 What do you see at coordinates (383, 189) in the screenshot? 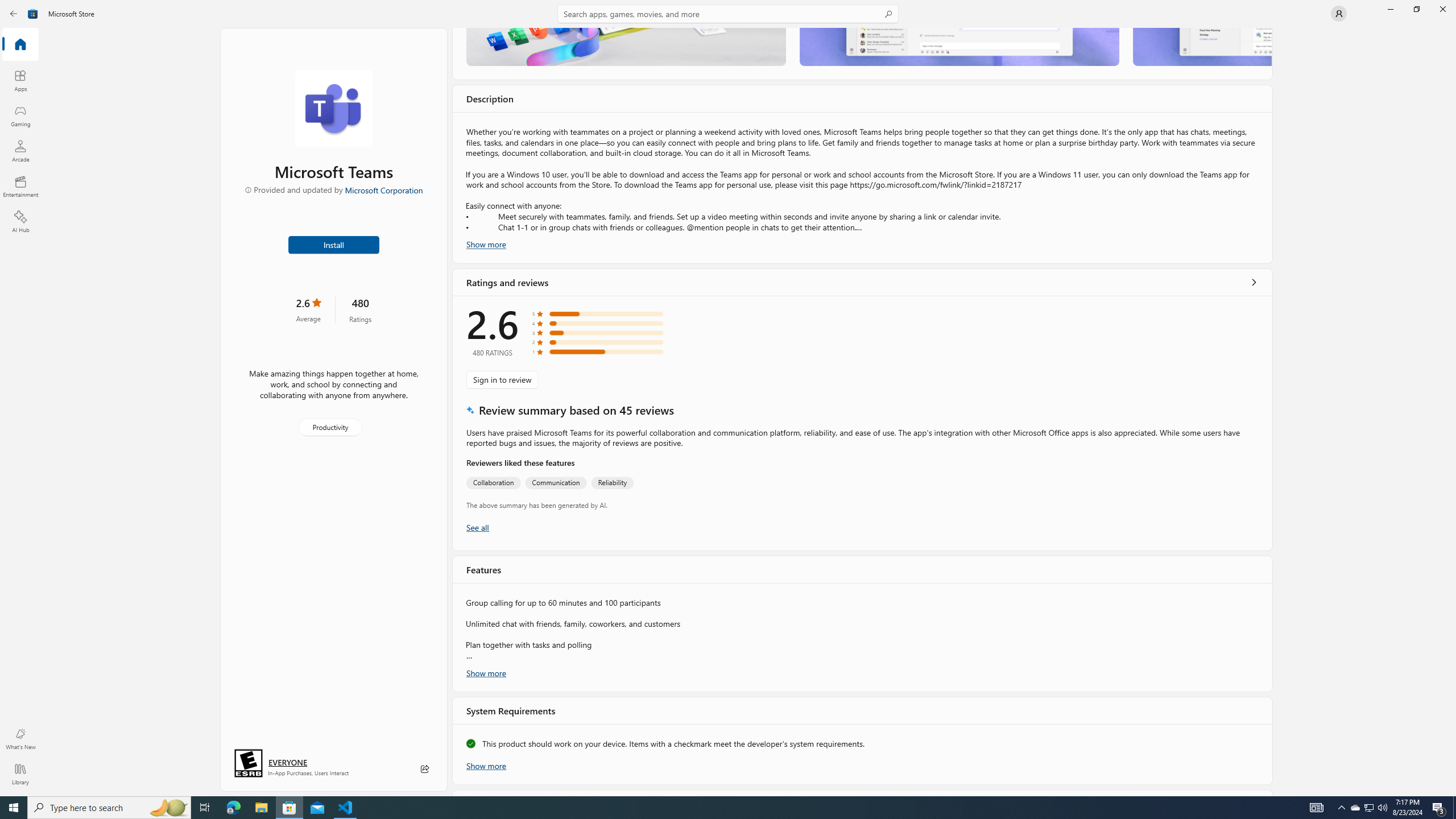
I see `'Microsoft Corporation'` at bounding box center [383, 189].